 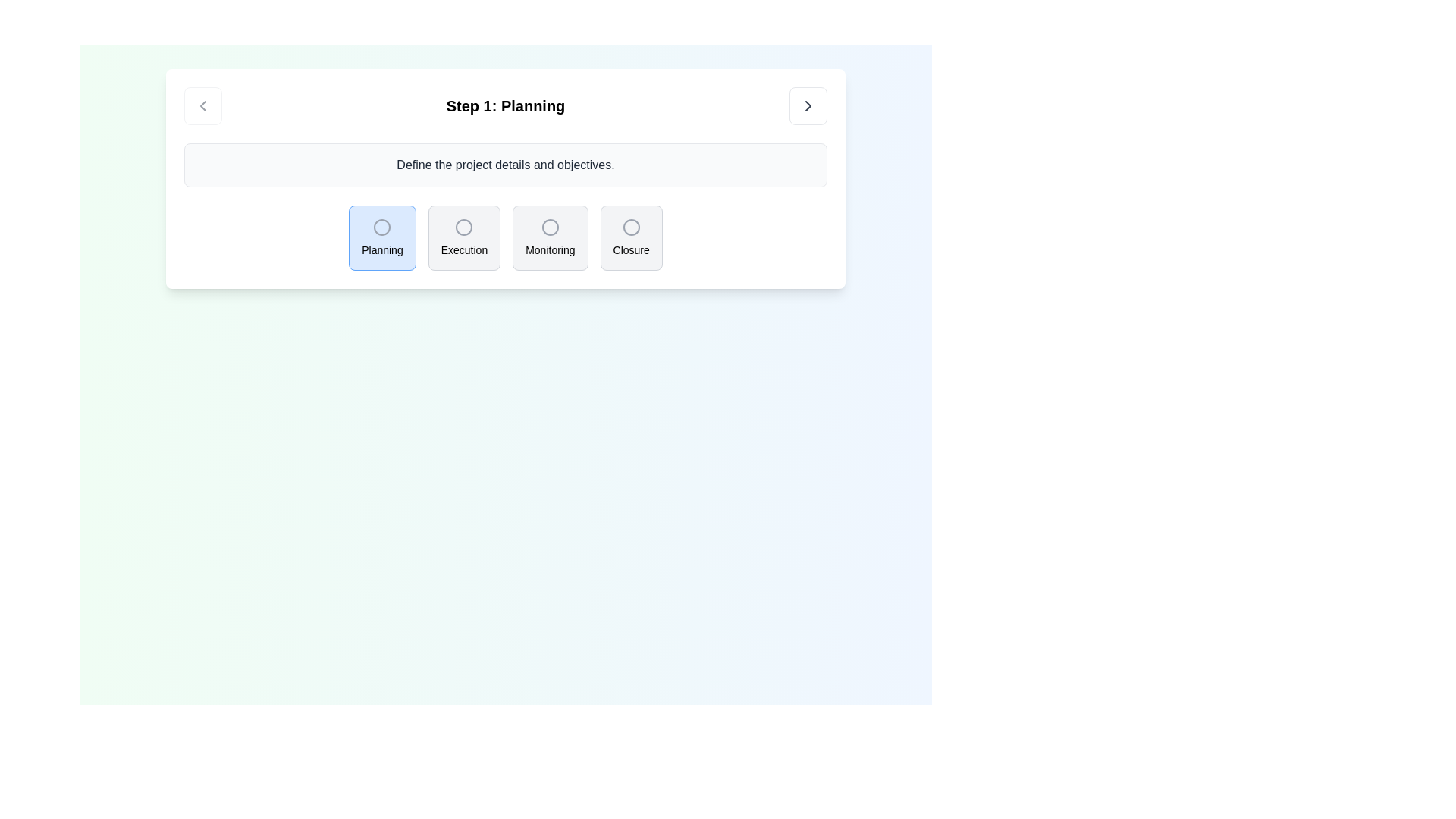 What do you see at coordinates (202, 105) in the screenshot?
I see `the square button with rounded corners containing a leftward-pointing arrow icon, located on the leftmost side of the title bar adjacent to the title text 'Step 1: Planning'` at bounding box center [202, 105].